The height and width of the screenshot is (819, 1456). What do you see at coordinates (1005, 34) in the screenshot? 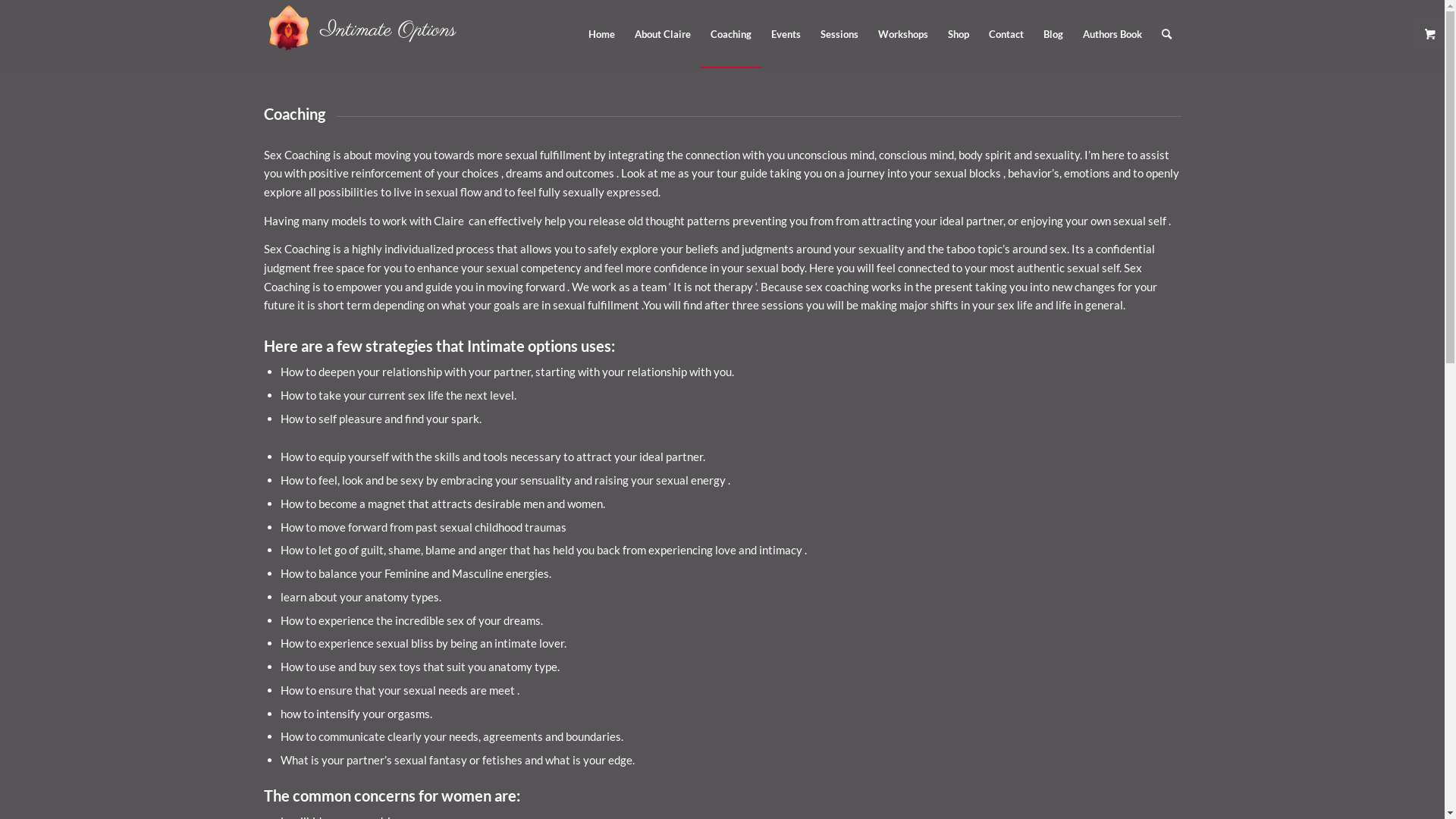
I see `'Contact'` at bounding box center [1005, 34].